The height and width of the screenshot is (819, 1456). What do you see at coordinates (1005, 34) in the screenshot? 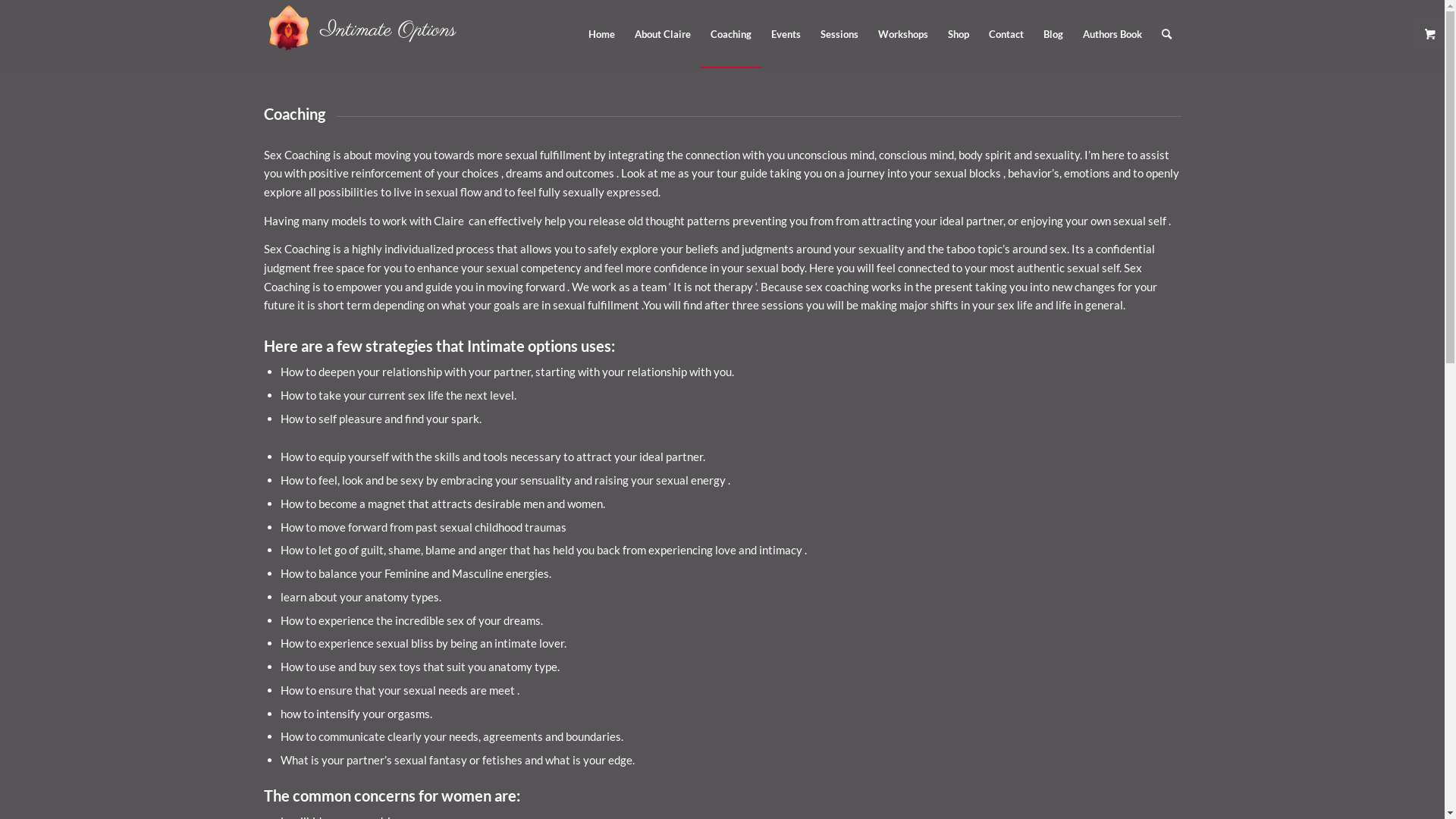
I see `'Contact'` at bounding box center [1005, 34].